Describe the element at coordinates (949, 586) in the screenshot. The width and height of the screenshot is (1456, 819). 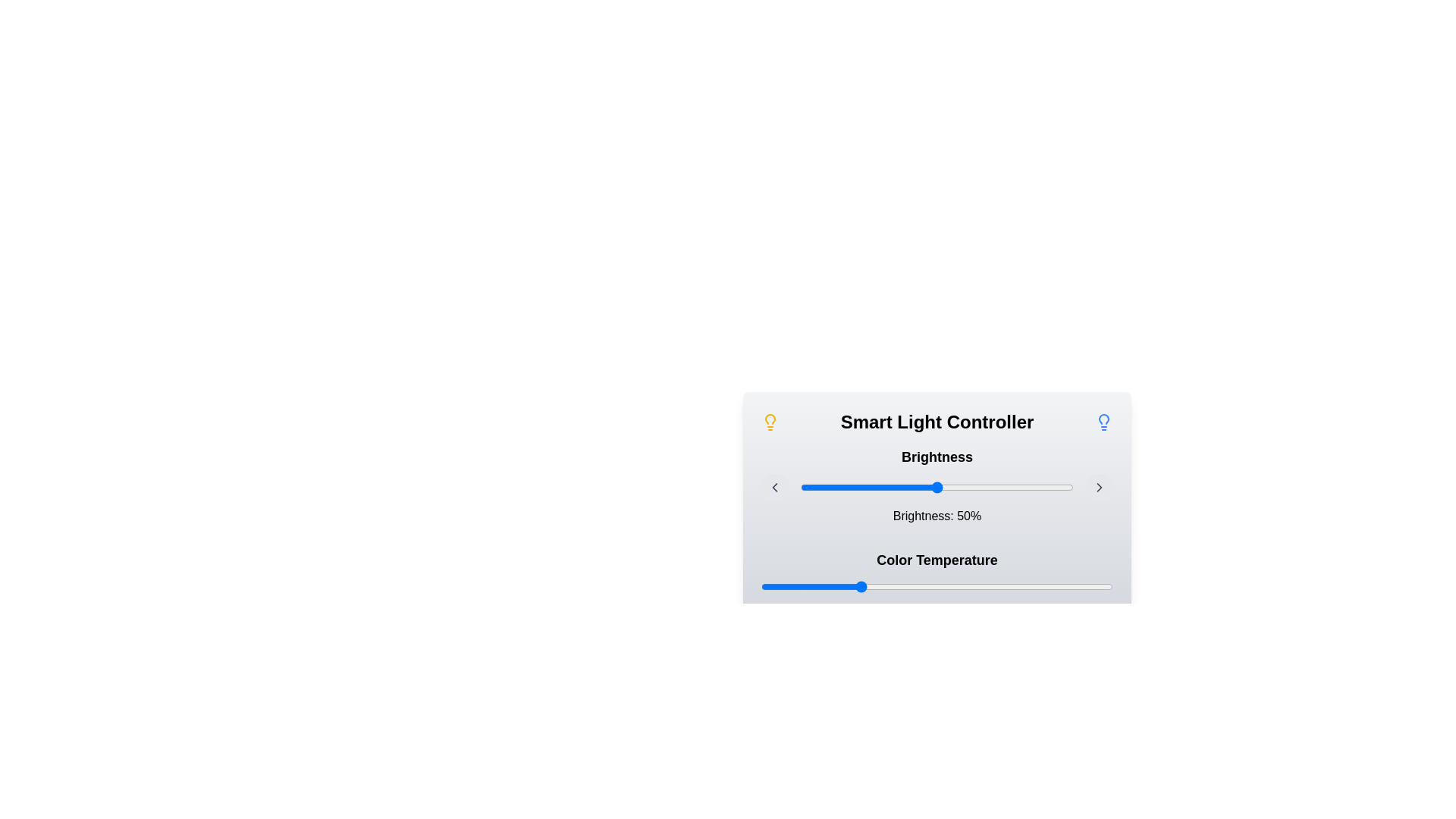
I see `color temperature` at that location.